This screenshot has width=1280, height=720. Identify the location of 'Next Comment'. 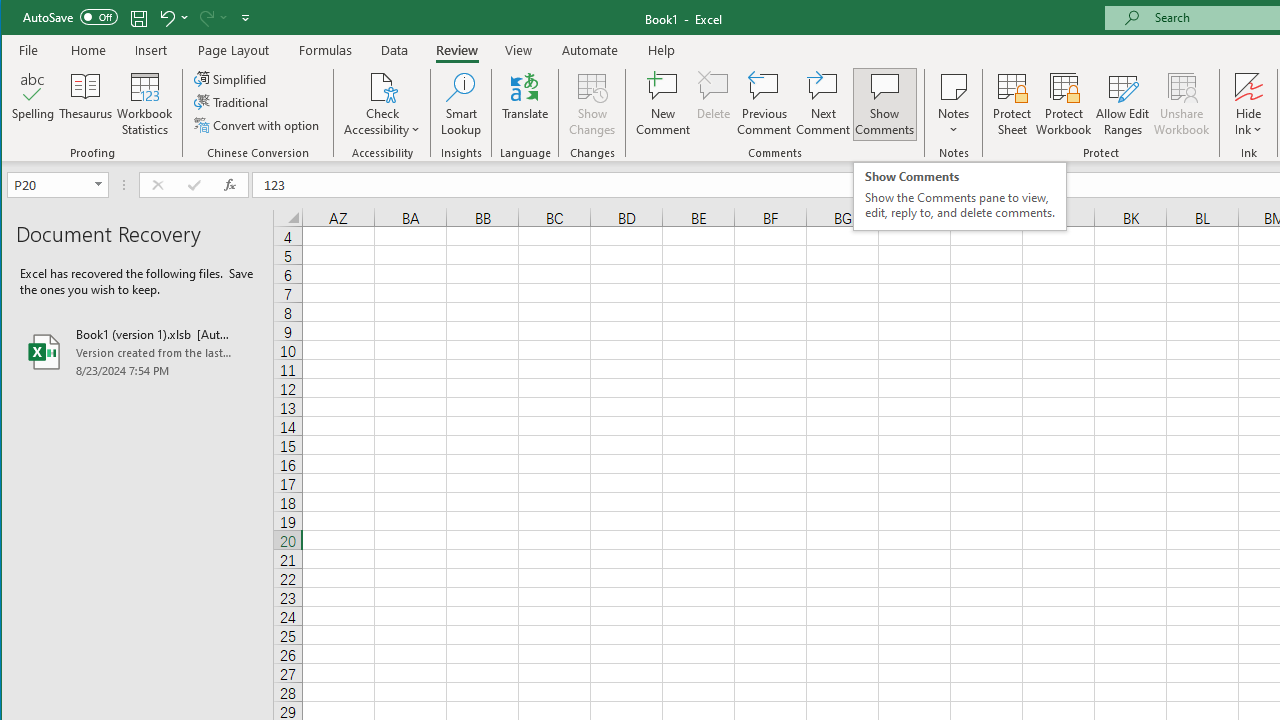
(823, 104).